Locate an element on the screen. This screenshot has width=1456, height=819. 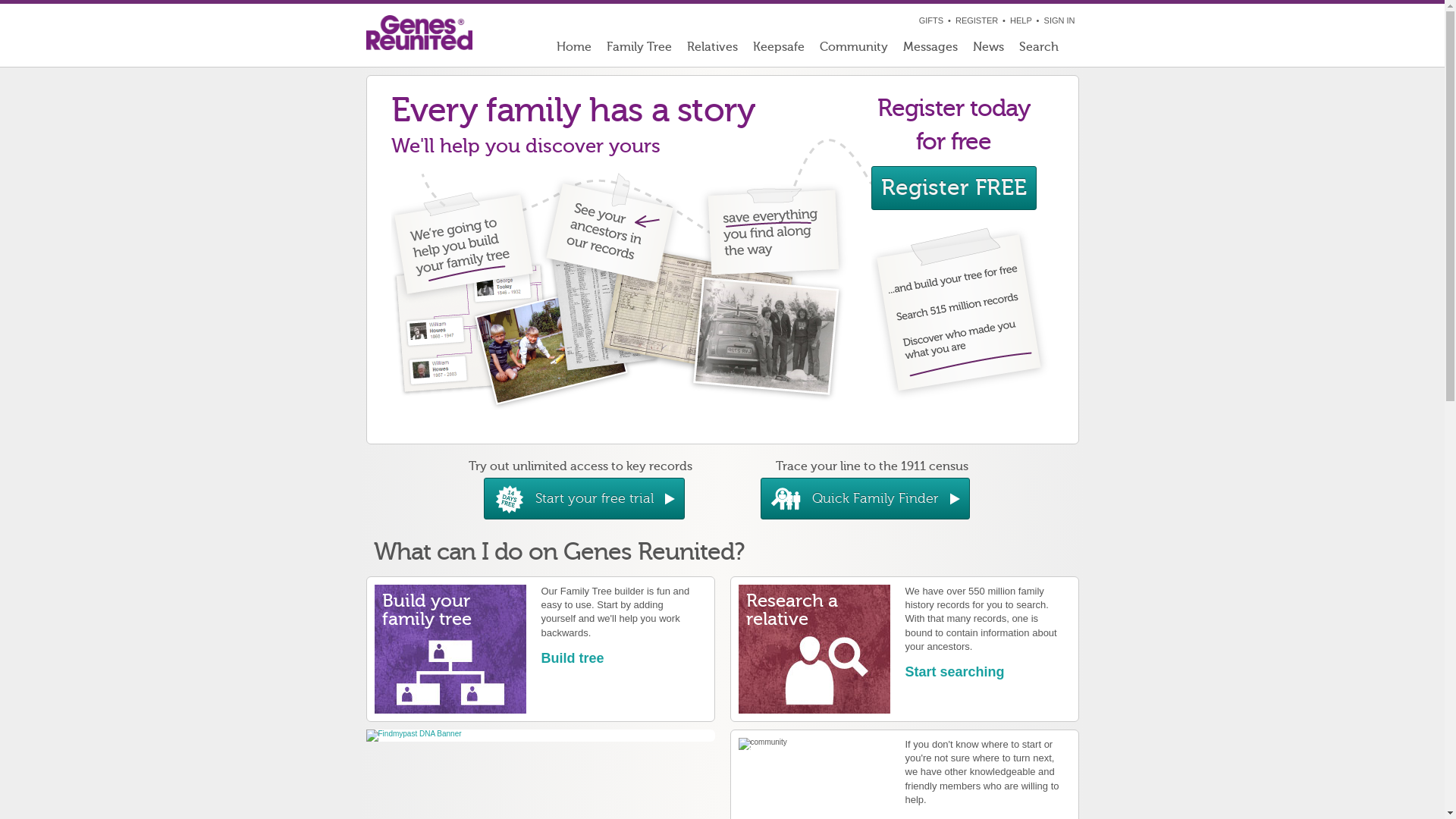
'Start searching' is located at coordinates (954, 671).